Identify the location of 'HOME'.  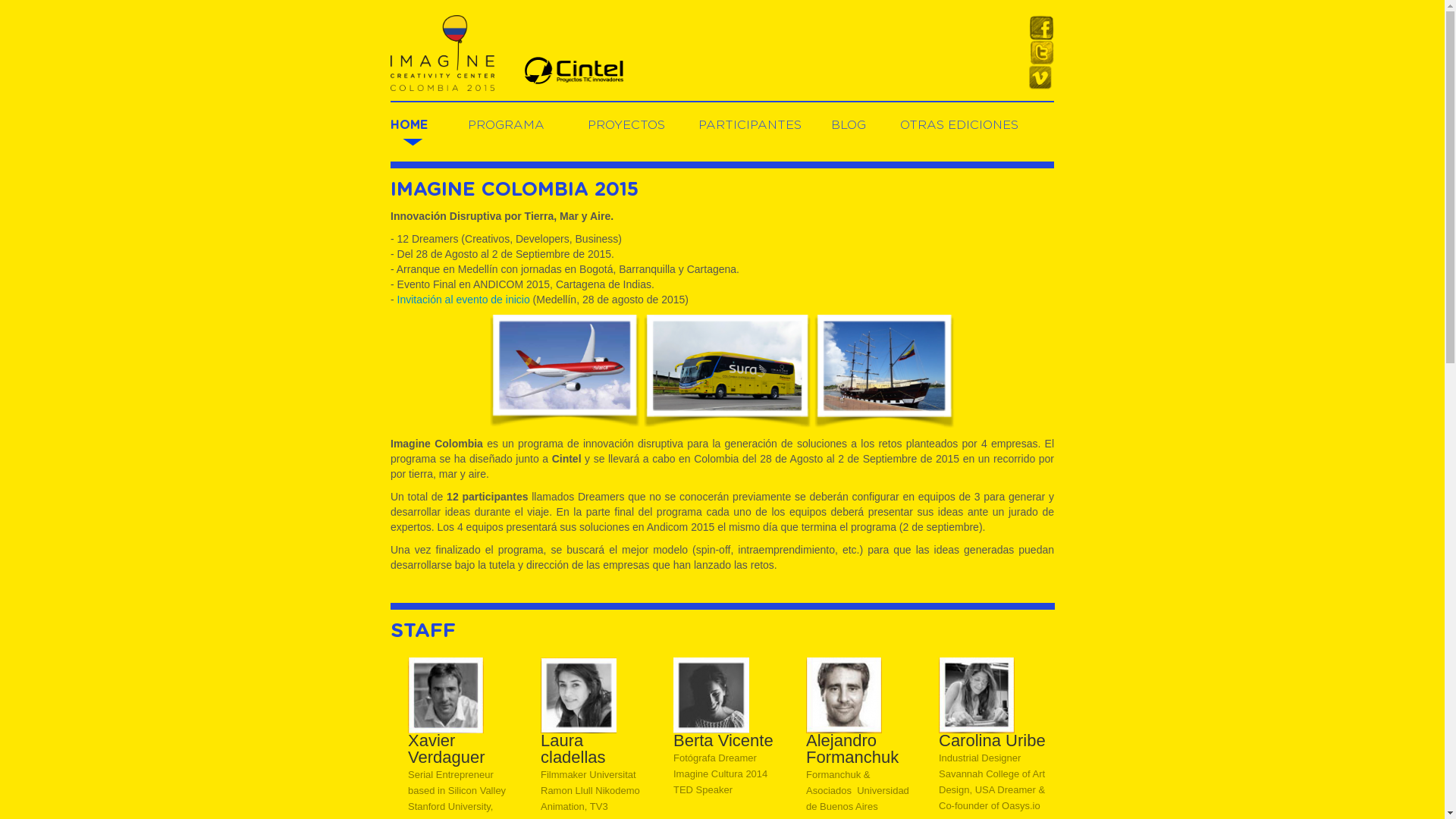
(390, 124).